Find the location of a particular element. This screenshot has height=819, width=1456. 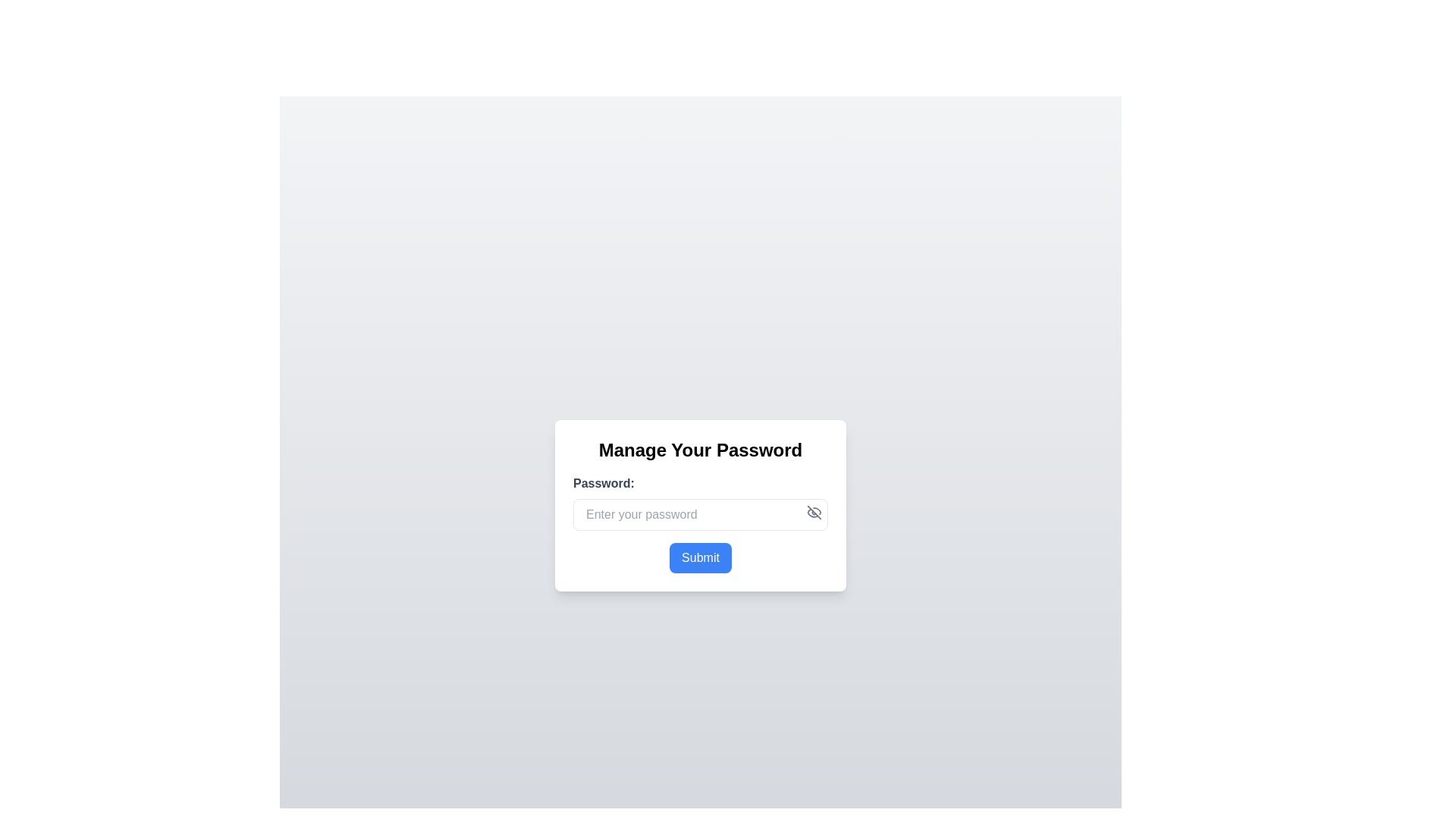

the eye-off icon button with a crossed-out eye design located to the top-right of the 'Enter your password' input field is located at coordinates (814, 512).